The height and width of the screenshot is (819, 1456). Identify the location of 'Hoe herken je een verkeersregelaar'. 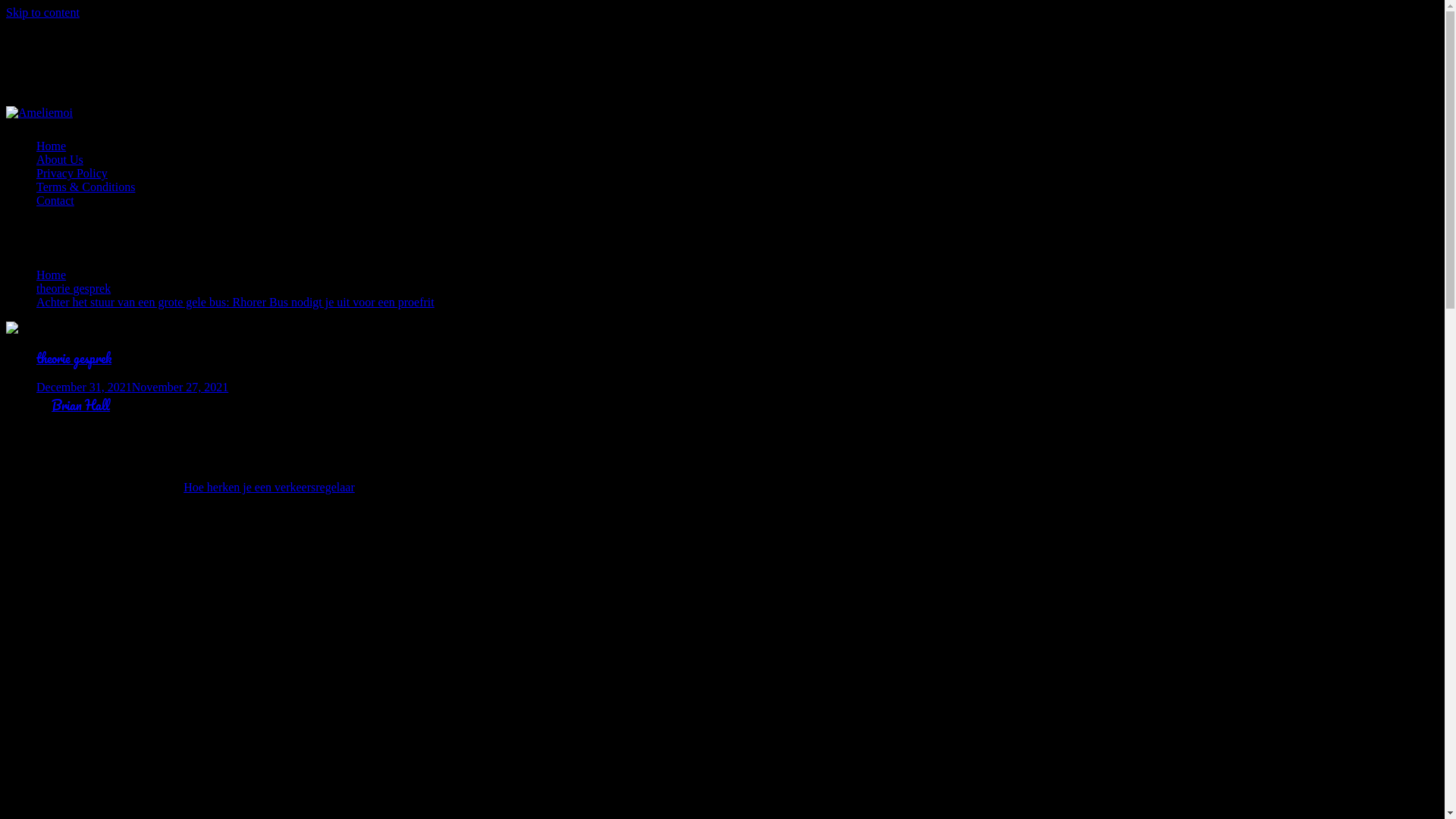
(269, 487).